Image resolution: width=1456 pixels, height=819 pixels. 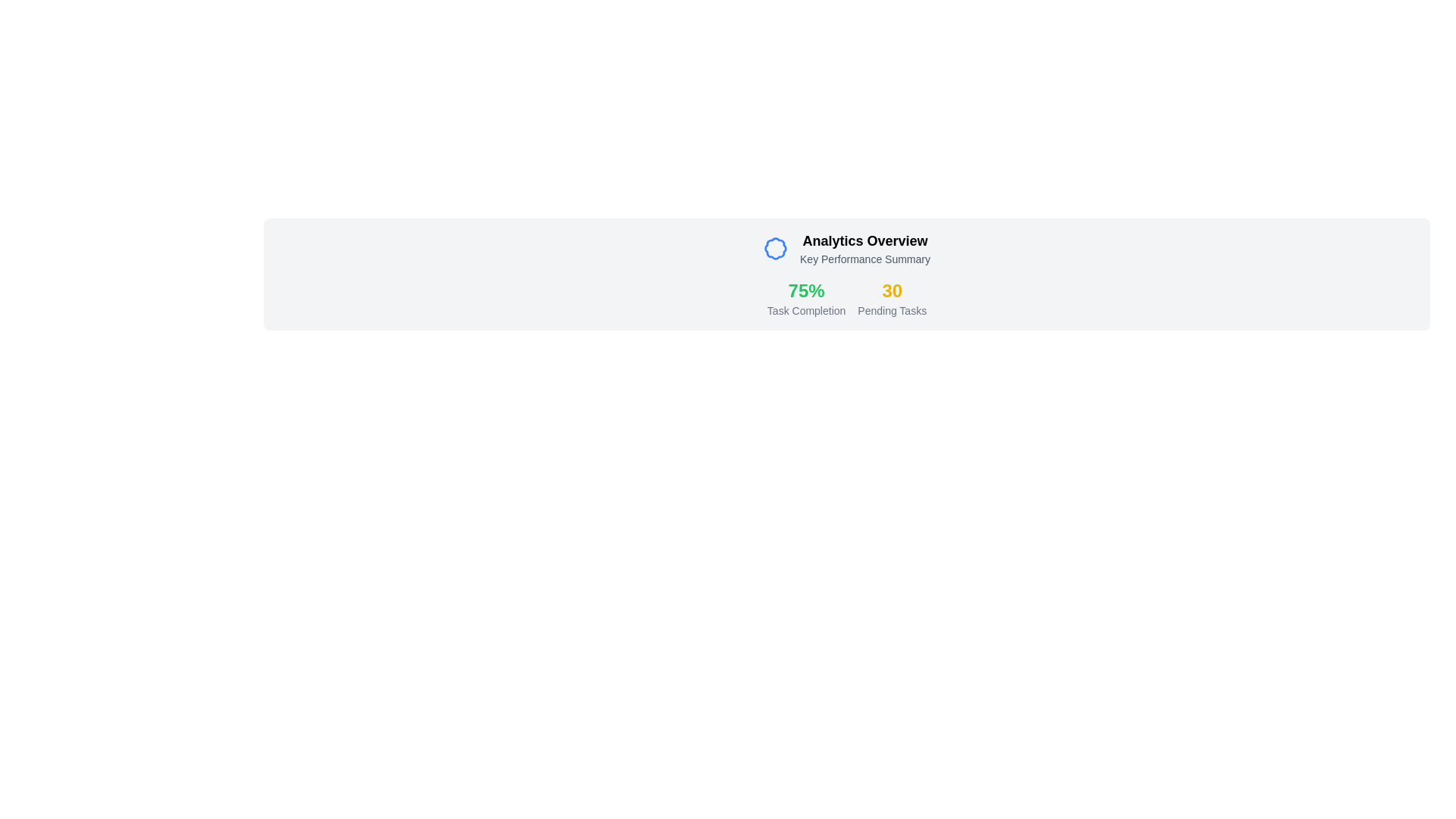 What do you see at coordinates (775, 247) in the screenshot?
I see `the blue decorative vector graphic badge icon, which features a circular design with a wavy edge and a central hollow circle, located to the left of the 'Analytics Overview' text` at bounding box center [775, 247].